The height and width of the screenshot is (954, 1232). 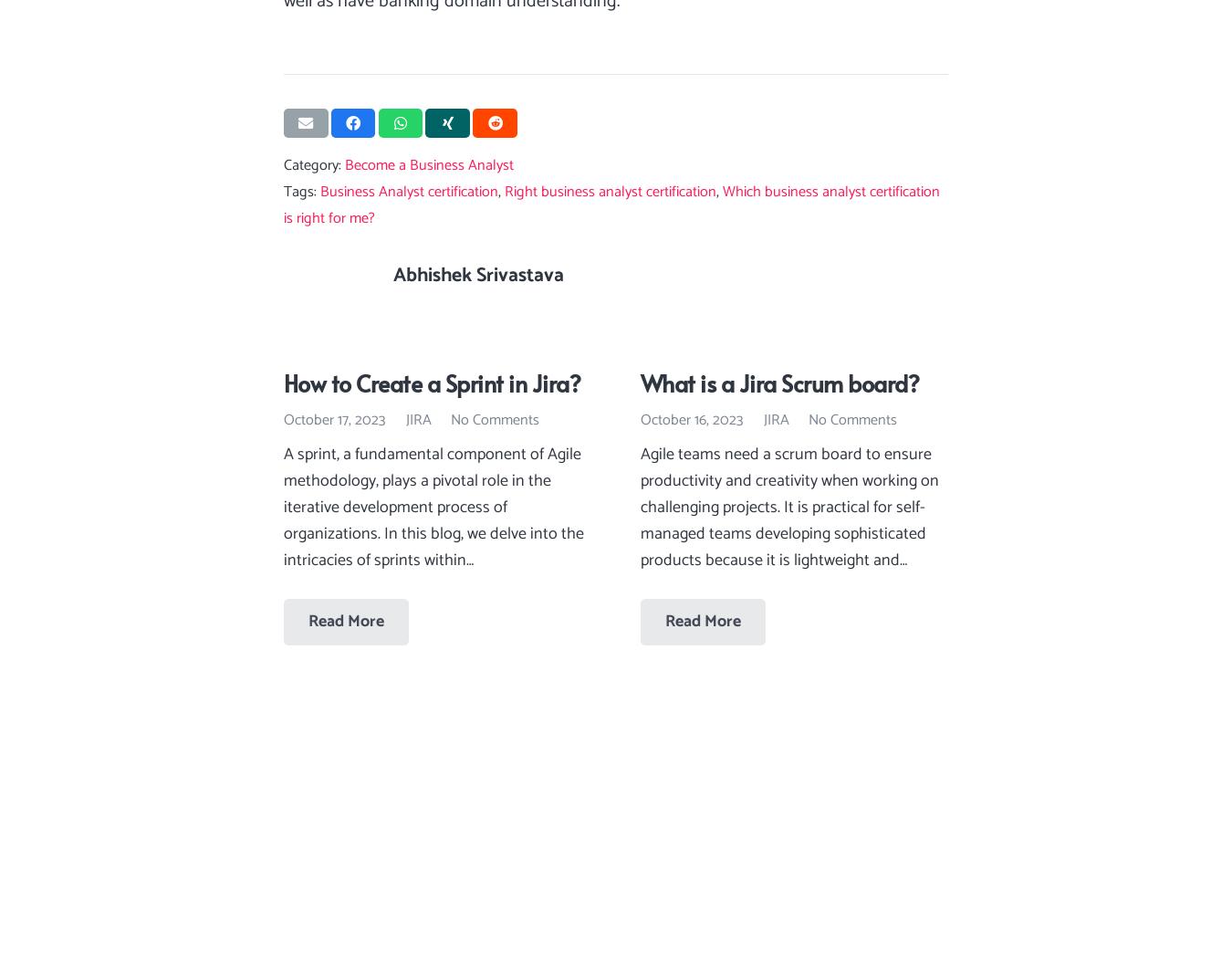 What do you see at coordinates (611, 204) in the screenshot?
I see `'Which business analyst certification is right for me?'` at bounding box center [611, 204].